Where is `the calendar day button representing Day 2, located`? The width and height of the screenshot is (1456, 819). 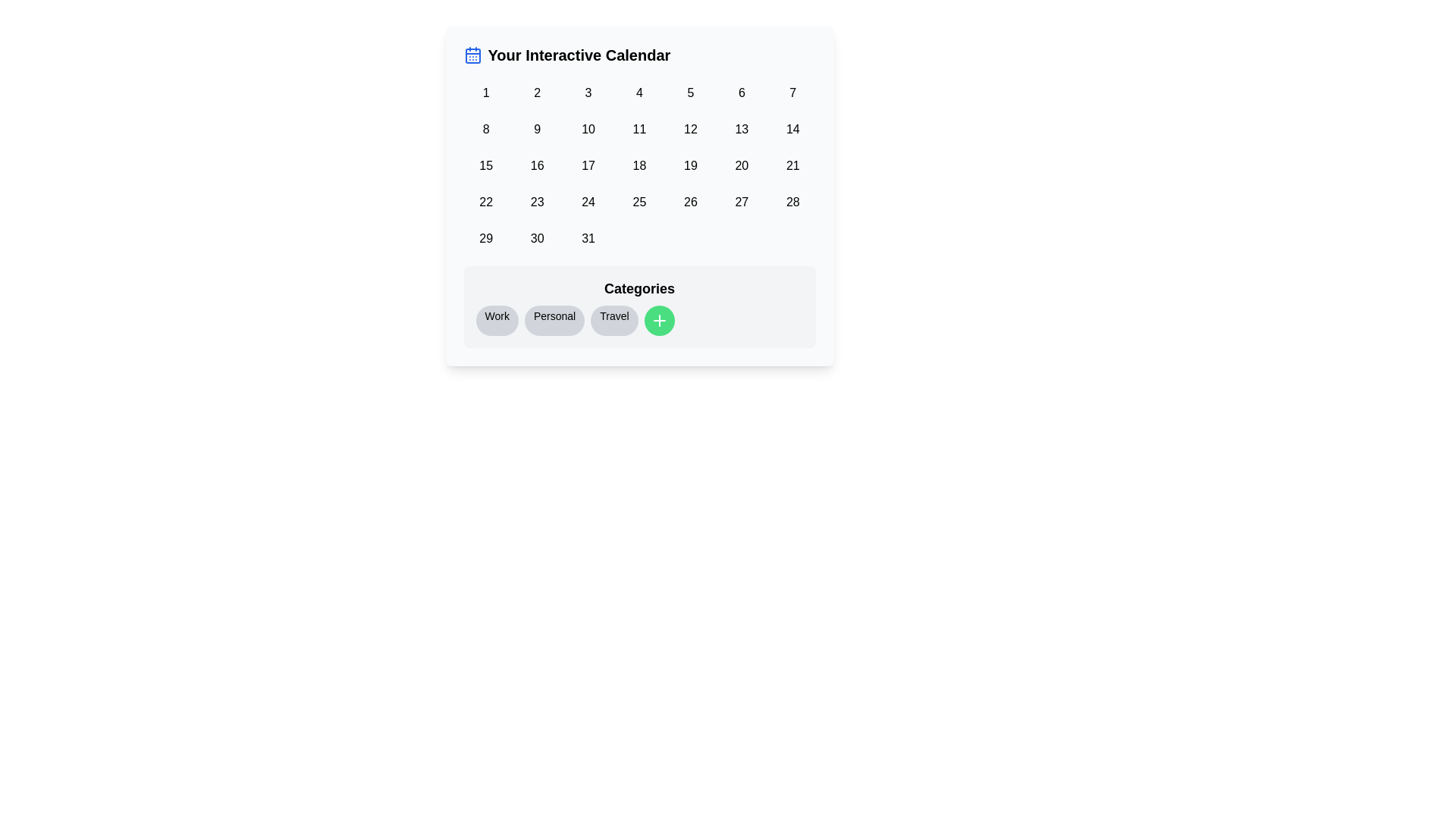
the calendar day button representing Day 2, located is located at coordinates (537, 93).